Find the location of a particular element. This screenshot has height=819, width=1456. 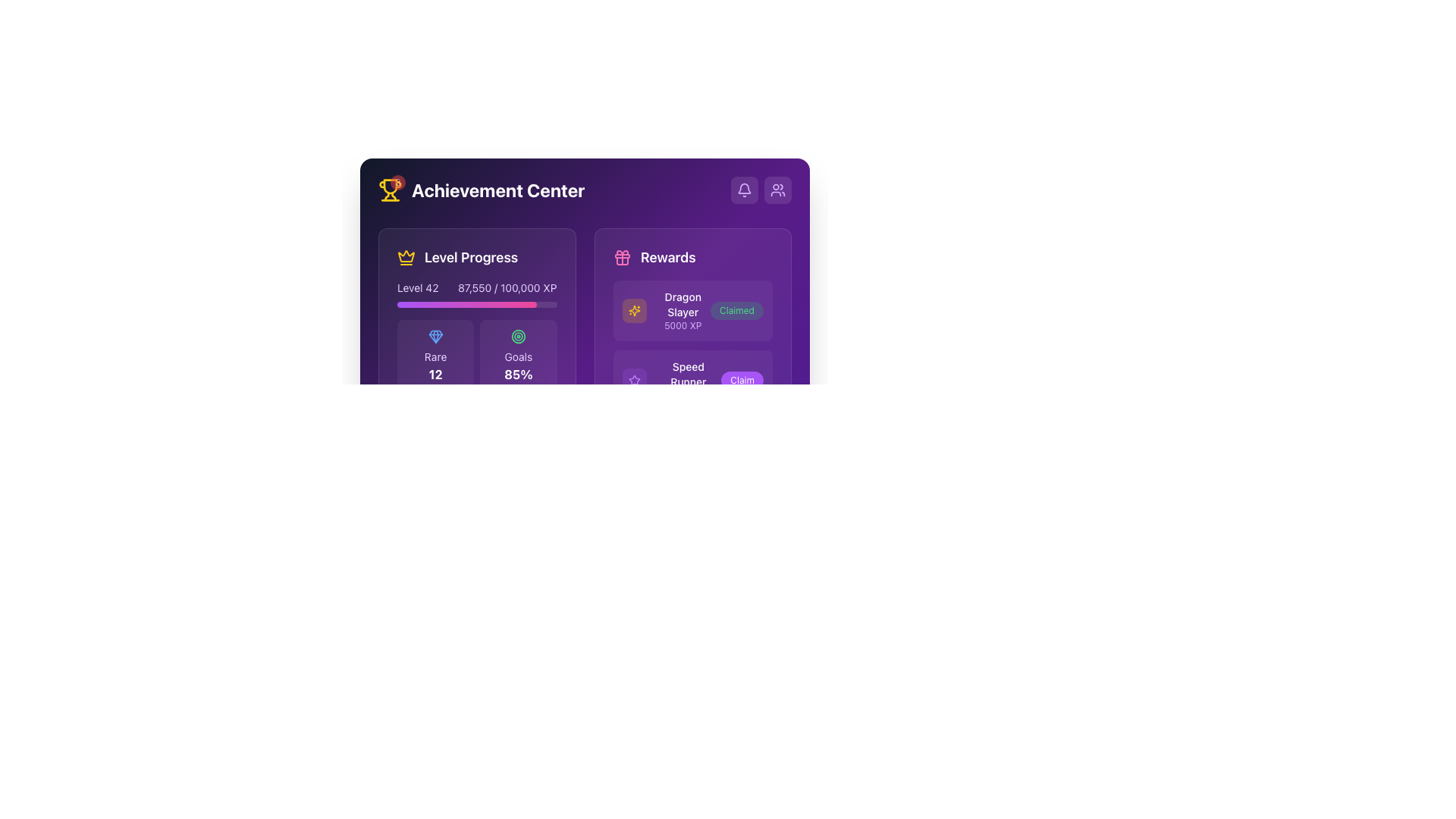

the button with a purple background and a white icon of two users, located in the upper-right corner of the interface is located at coordinates (778, 189).